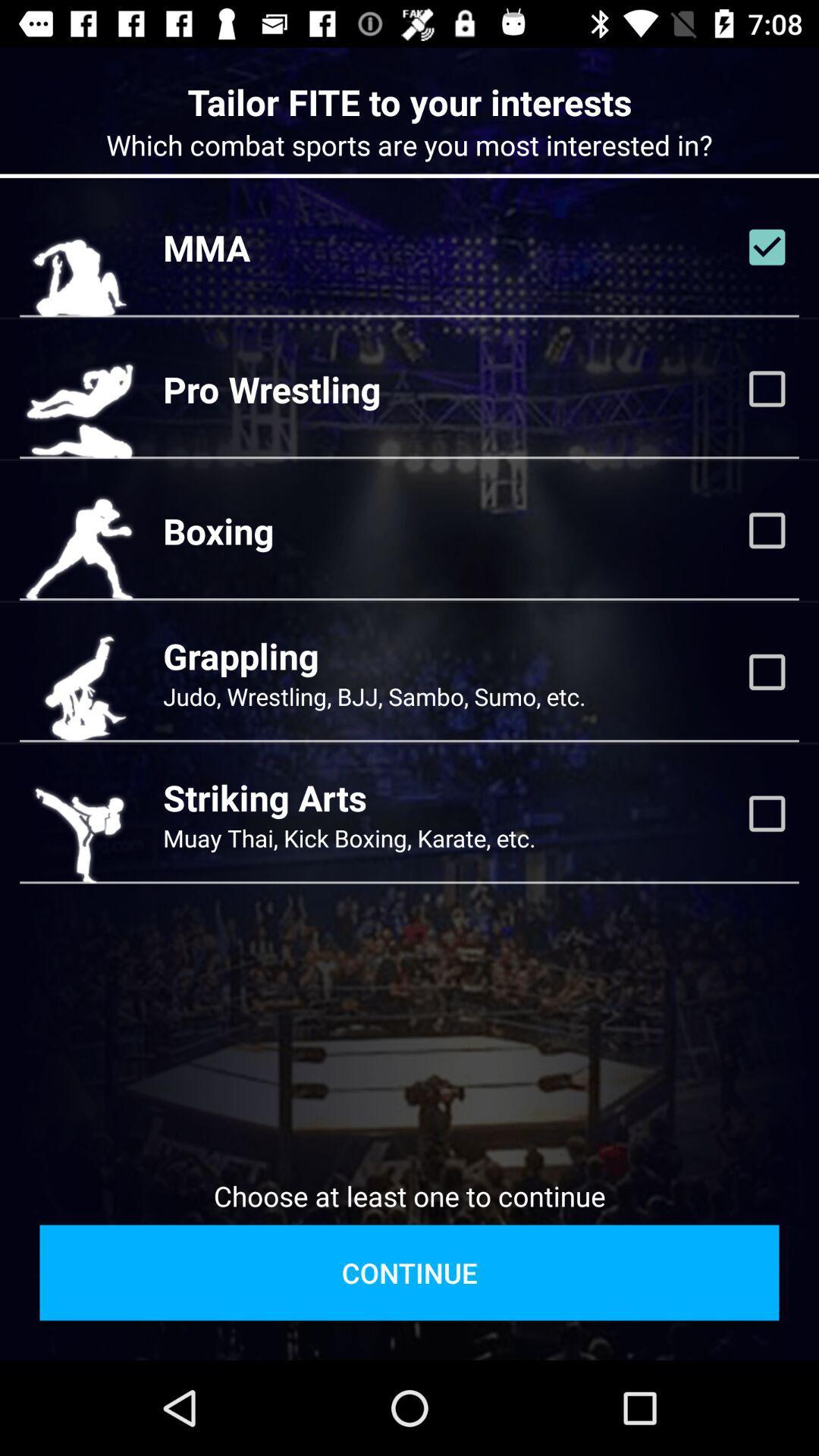 This screenshot has width=819, height=1456. Describe the element at coordinates (264, 796) in the screenshot. I see `the striking arts item` at that location.